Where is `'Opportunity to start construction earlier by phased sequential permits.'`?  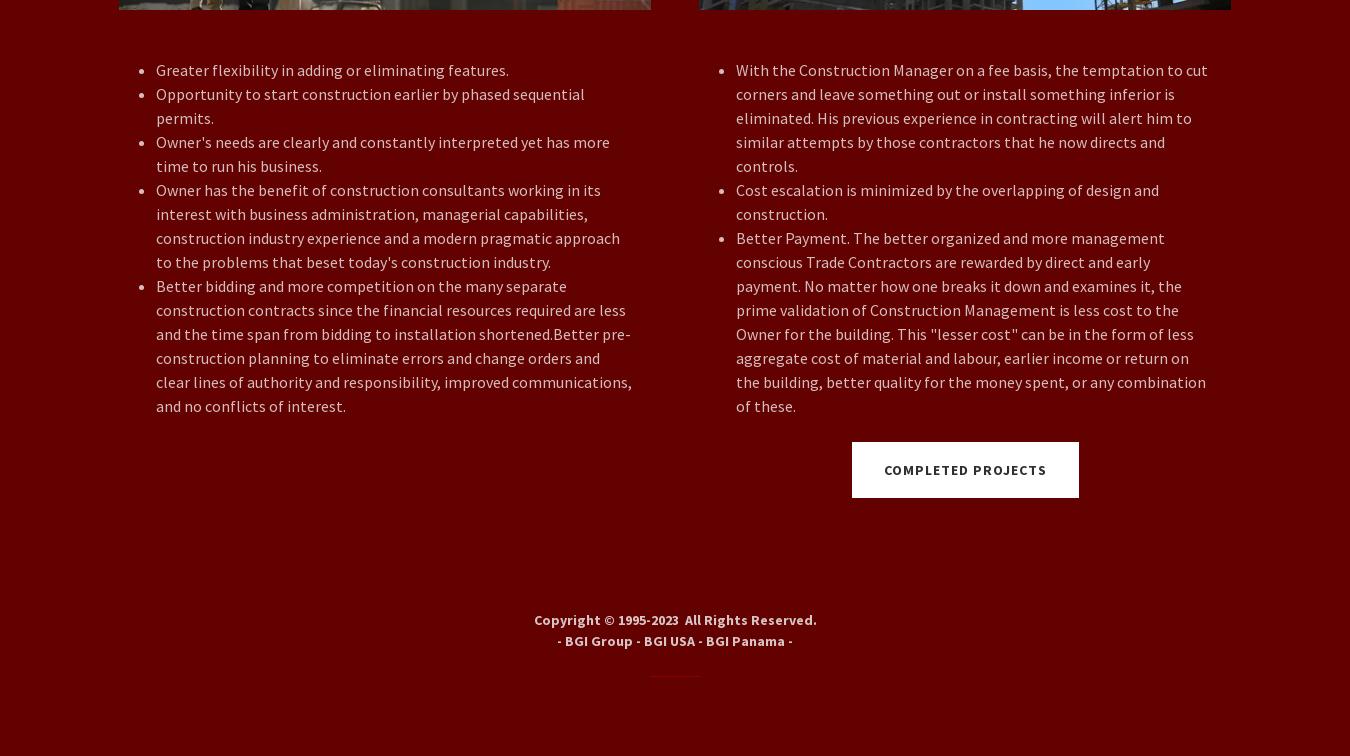 'Opportunity to start construction earlier by phased sequential permits.' is located at coordinates (369, 105).